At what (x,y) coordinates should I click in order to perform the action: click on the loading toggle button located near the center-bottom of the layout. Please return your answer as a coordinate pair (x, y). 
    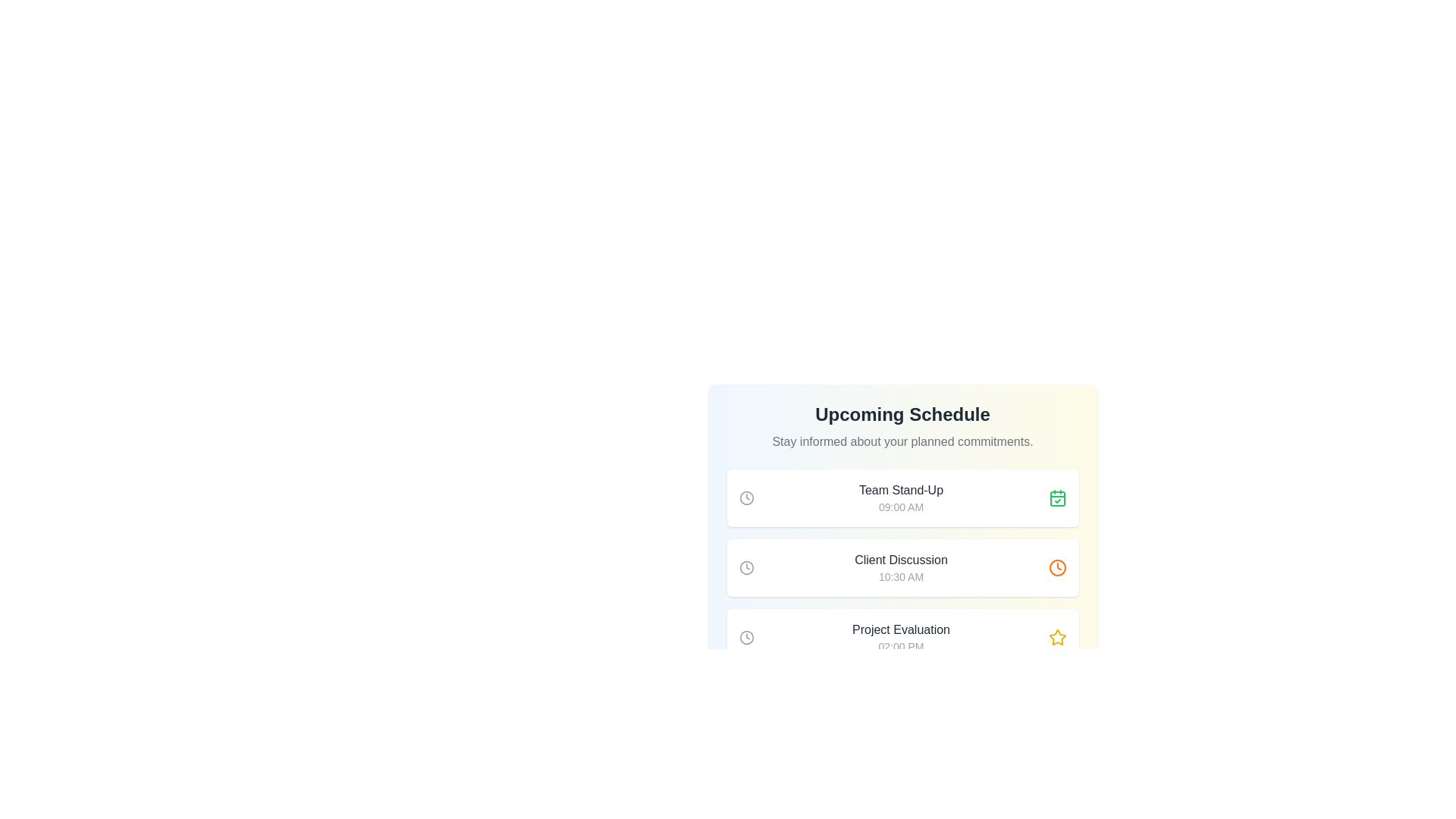
    Looking at the image, I should click on (902, 699).